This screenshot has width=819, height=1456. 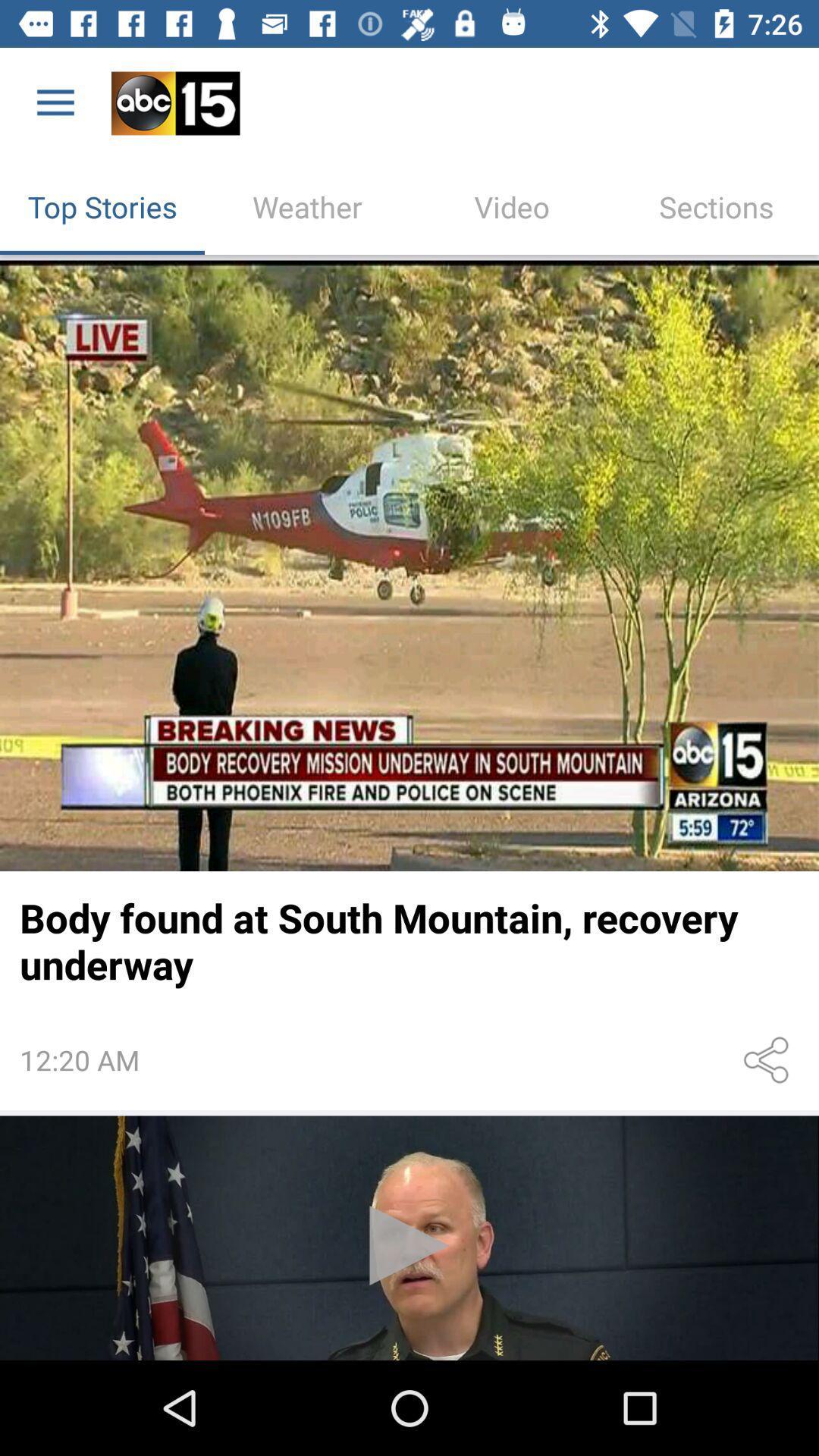 What do you see at coordinates (409, 565) in the screenshot?
I see `news` at bounding box center [409, 565].